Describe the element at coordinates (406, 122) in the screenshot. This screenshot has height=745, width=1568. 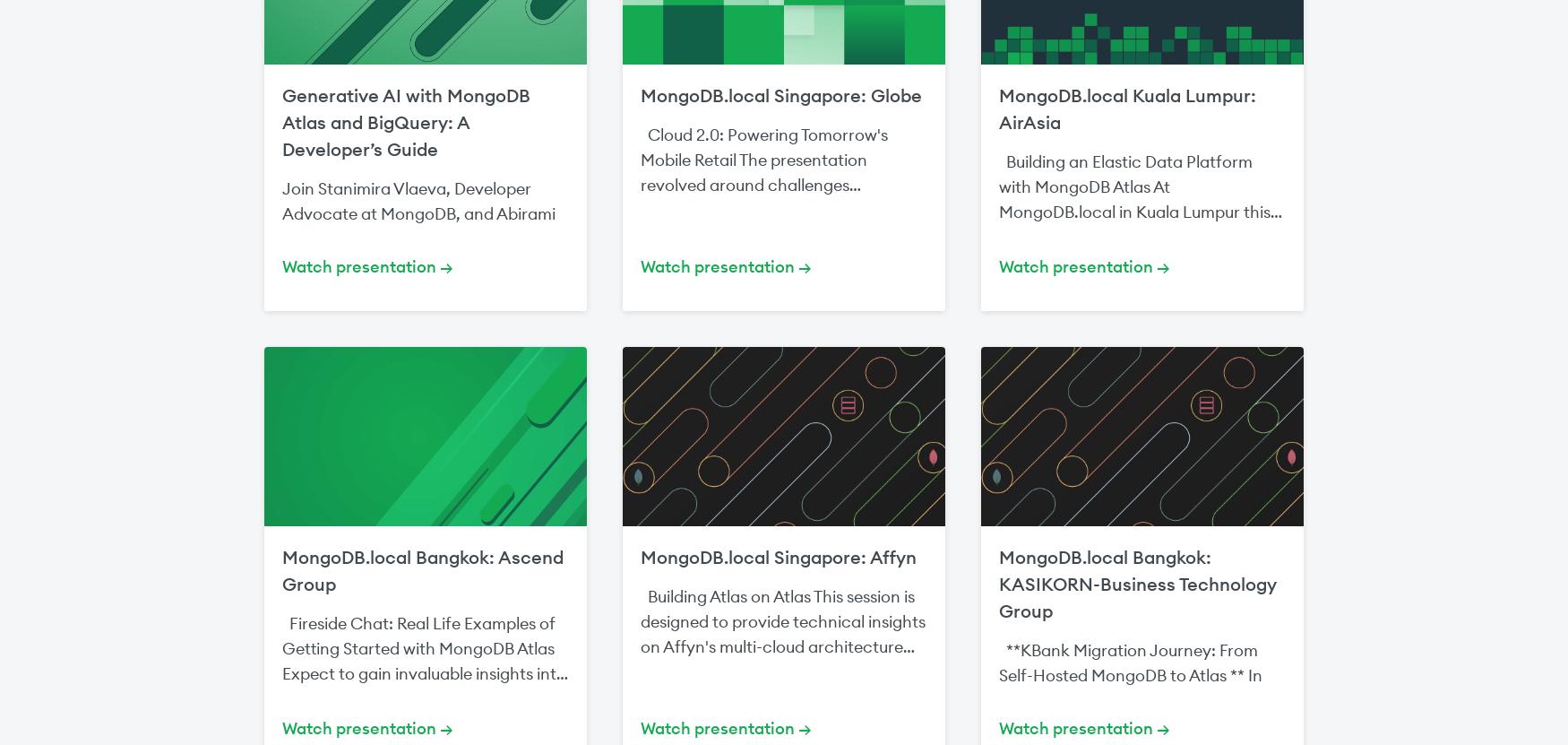
I see `'Generative AI with MongoDB Atlas and BigQuery: A Developer’s Guide'` at that location.